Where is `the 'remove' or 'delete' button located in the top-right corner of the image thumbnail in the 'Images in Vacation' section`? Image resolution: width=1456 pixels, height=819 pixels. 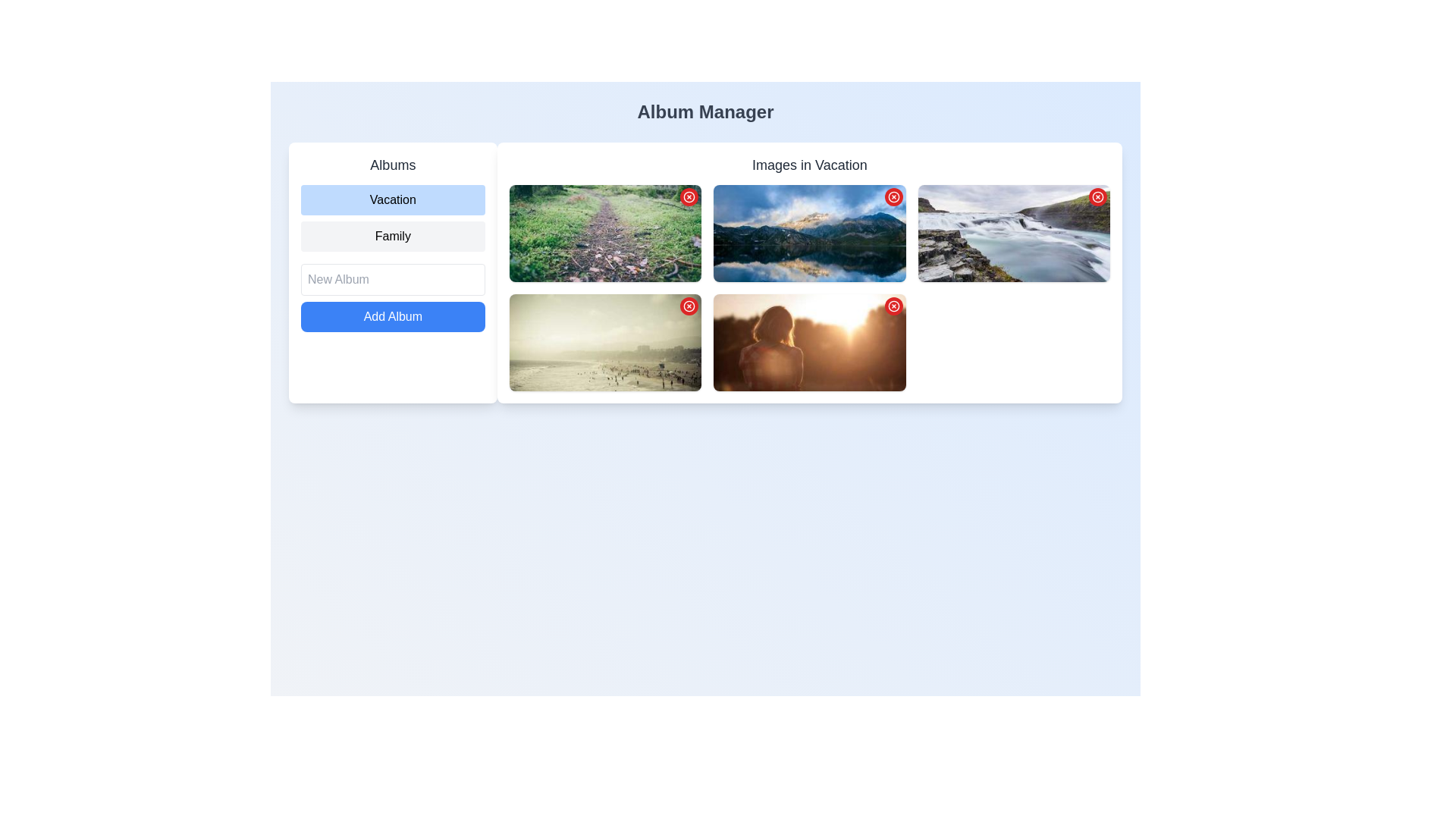 the 'remove' or 'delete' button located in the top-right corner of the image thumbnail in the 'Images in Vacation' section is located at coordinates (689, 306).